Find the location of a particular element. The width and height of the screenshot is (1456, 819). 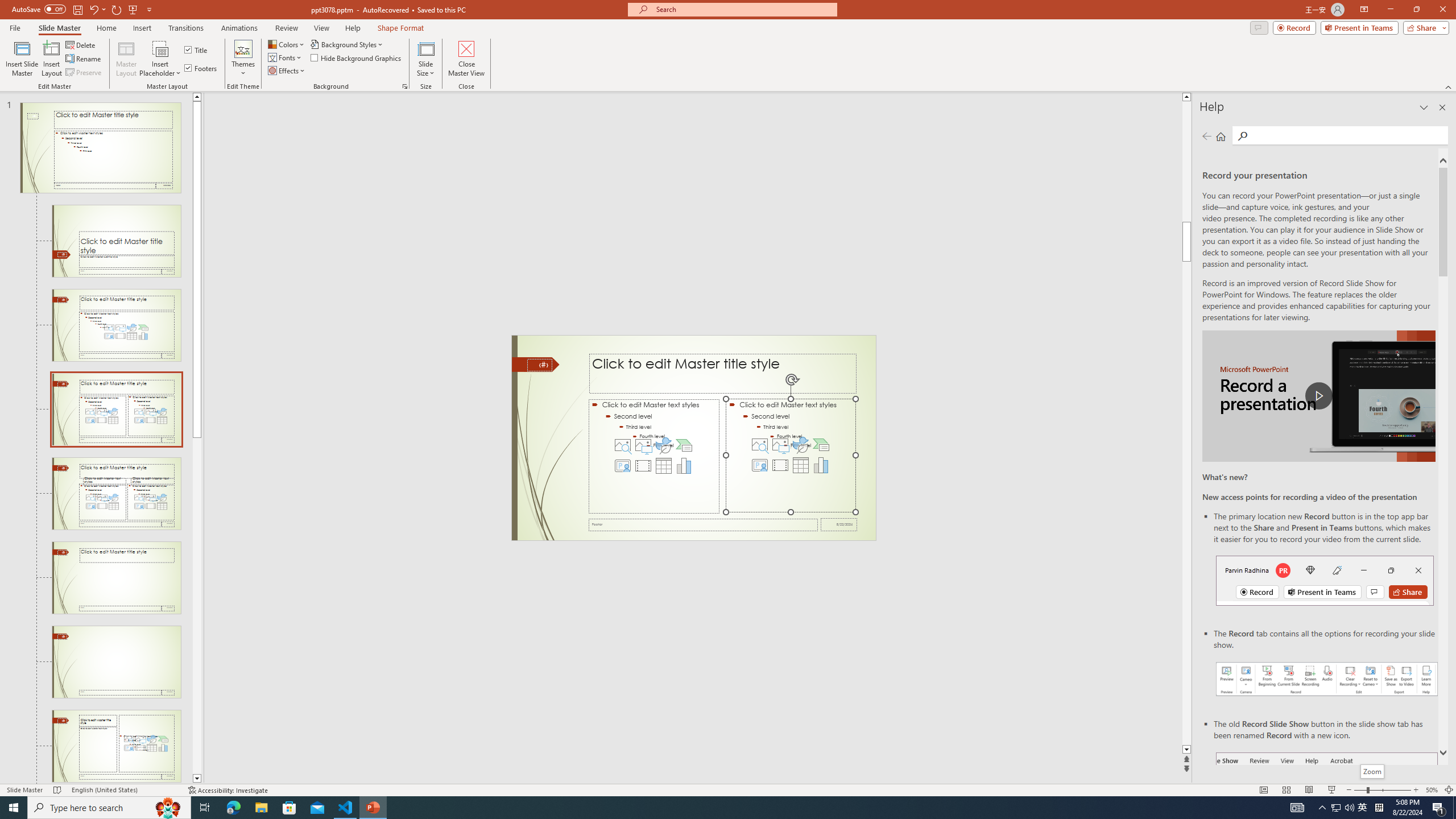

'Insert Table' is located at coordinates (800, 464).